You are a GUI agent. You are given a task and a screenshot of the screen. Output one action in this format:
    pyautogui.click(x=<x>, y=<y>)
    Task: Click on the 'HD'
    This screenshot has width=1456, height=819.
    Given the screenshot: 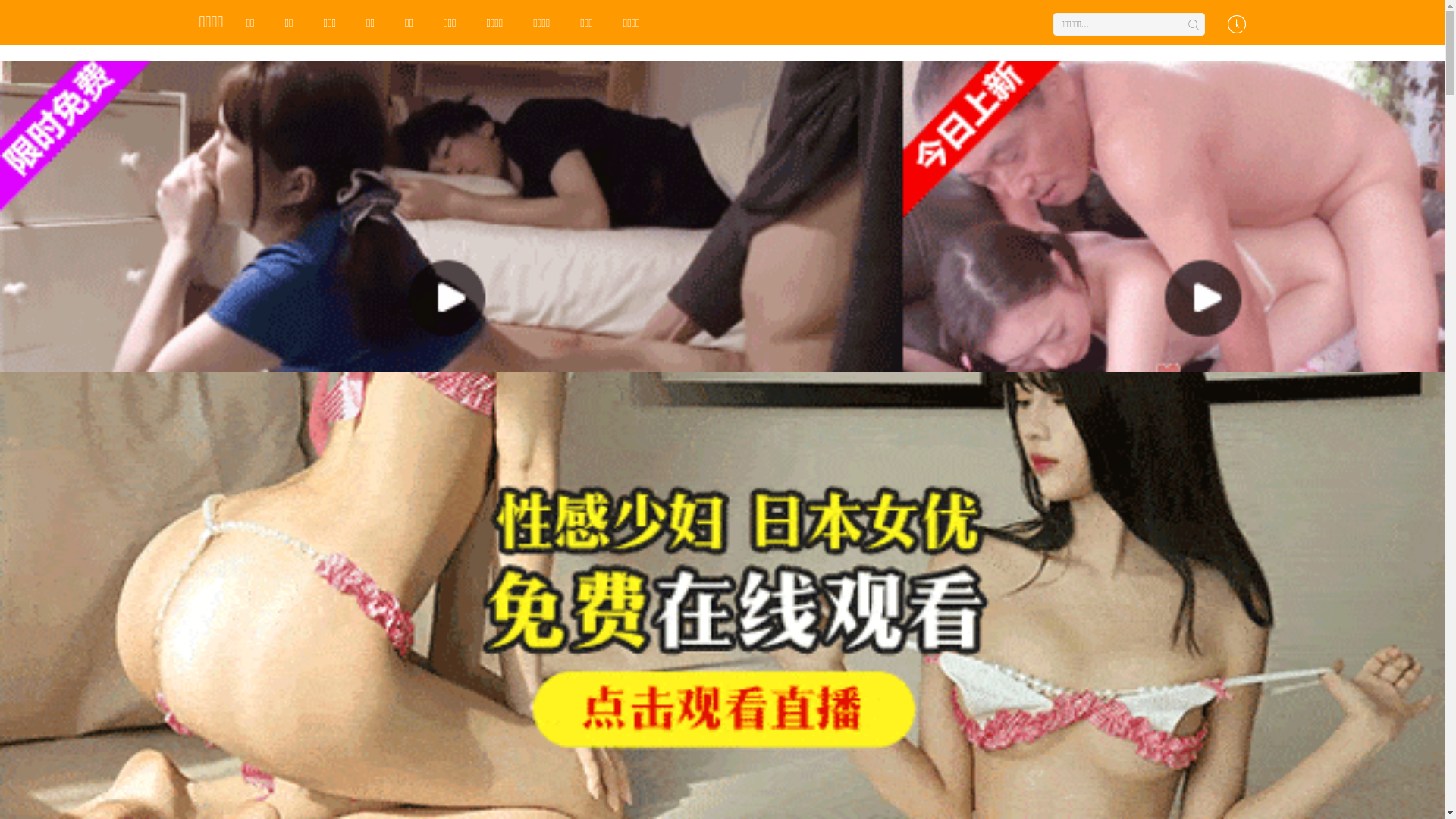 What is the action you would take?
    pyautogui.click(x=400, y=206)
    